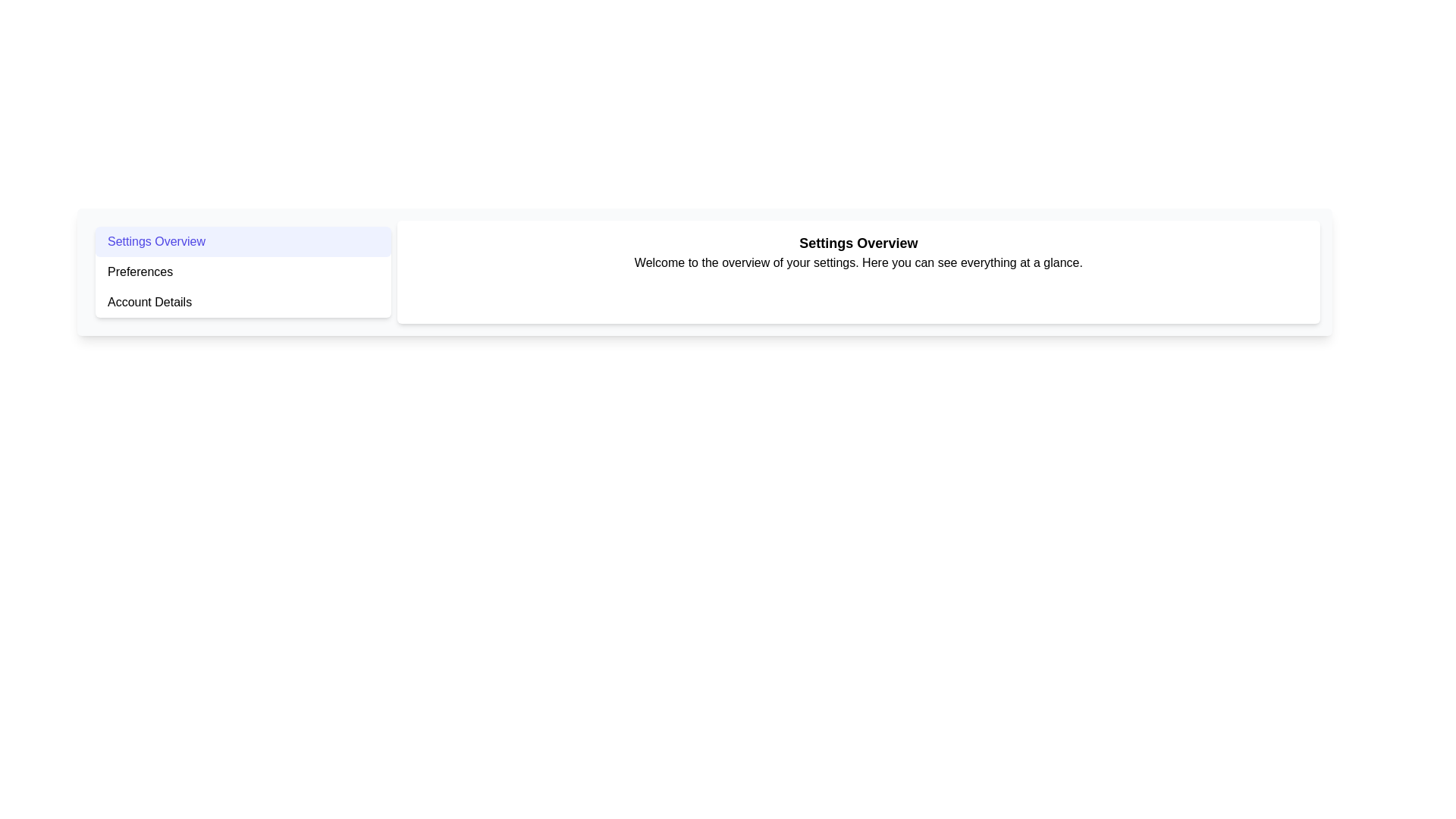 Image resolution: width=1456 pixels, height=819 pixels. I want to click on the 'Preferences' button, which is a rectangular button with rounded corners located in the left pane of the interface, below 'Settings Overview' and above 'Account Details', so click(243, 271).